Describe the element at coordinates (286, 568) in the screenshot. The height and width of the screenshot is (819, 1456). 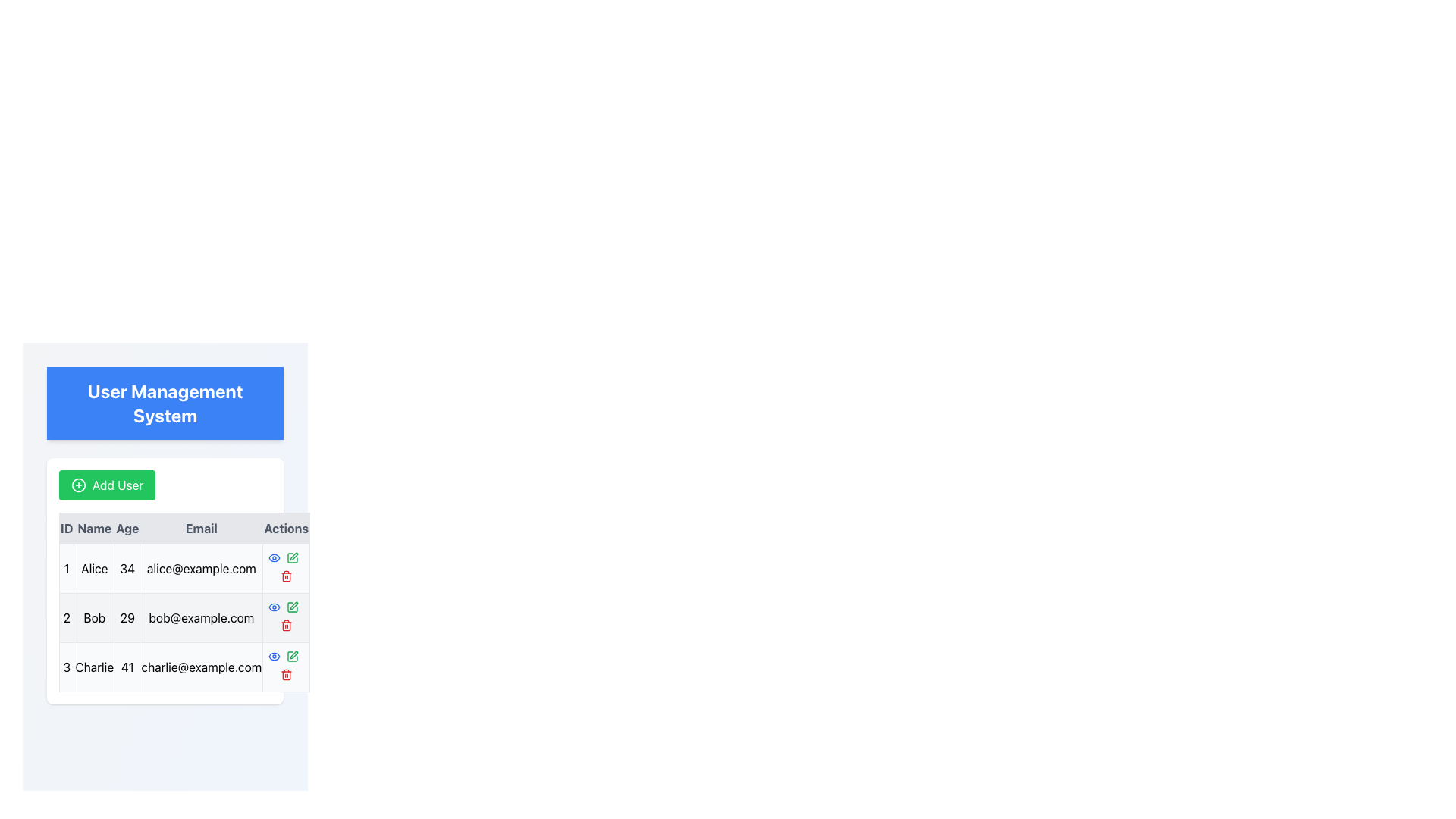
I see `the delete button for user 'Alice' in the Actions column of the user management table` at that location.